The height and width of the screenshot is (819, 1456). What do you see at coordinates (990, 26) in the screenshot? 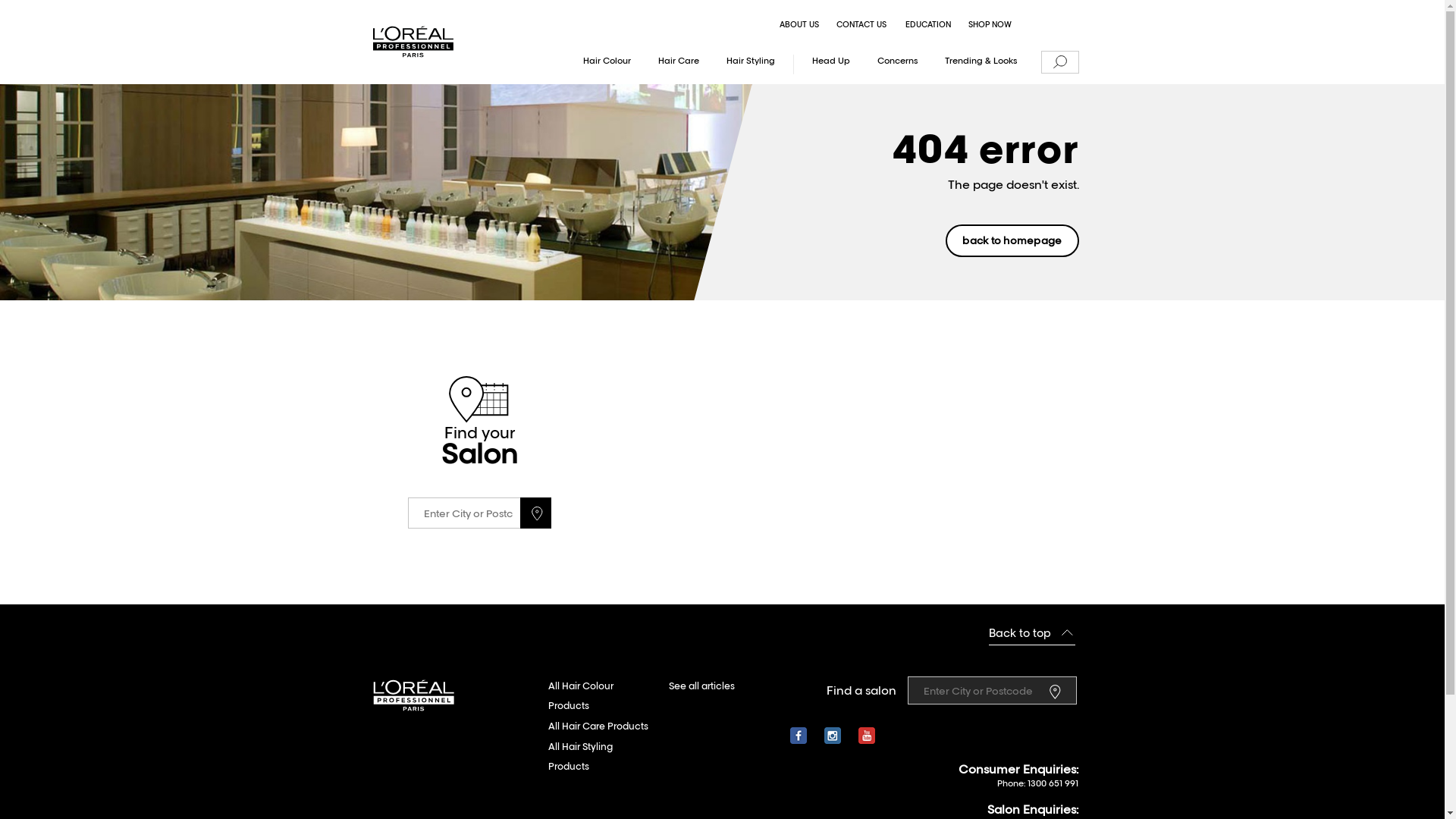
I see `'SHOP NOW'` at bounding box center [990, 26].